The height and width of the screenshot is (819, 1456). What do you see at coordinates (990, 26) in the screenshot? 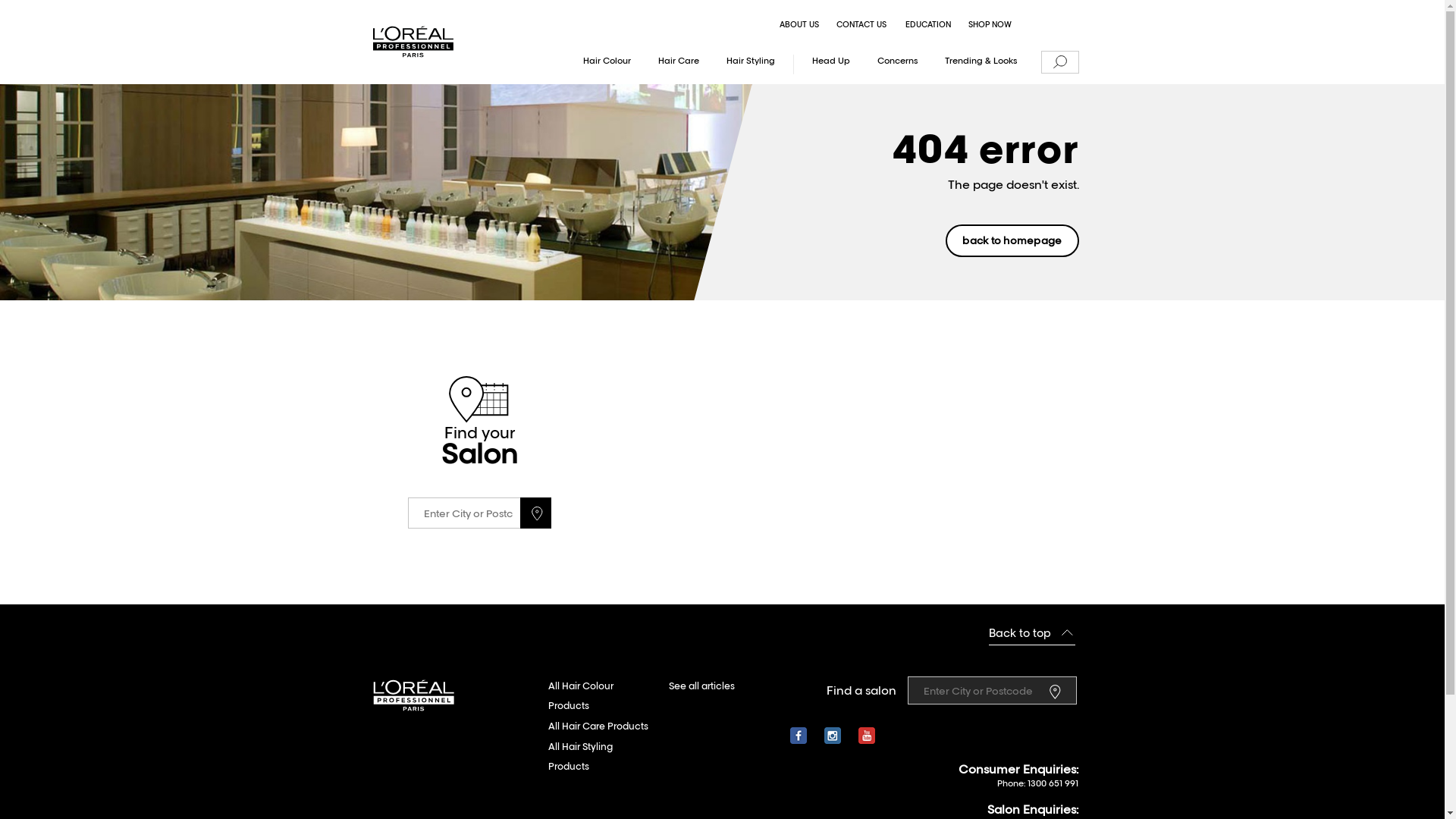
I see `'SHOP NOW'` at bounding box center [990, 26].